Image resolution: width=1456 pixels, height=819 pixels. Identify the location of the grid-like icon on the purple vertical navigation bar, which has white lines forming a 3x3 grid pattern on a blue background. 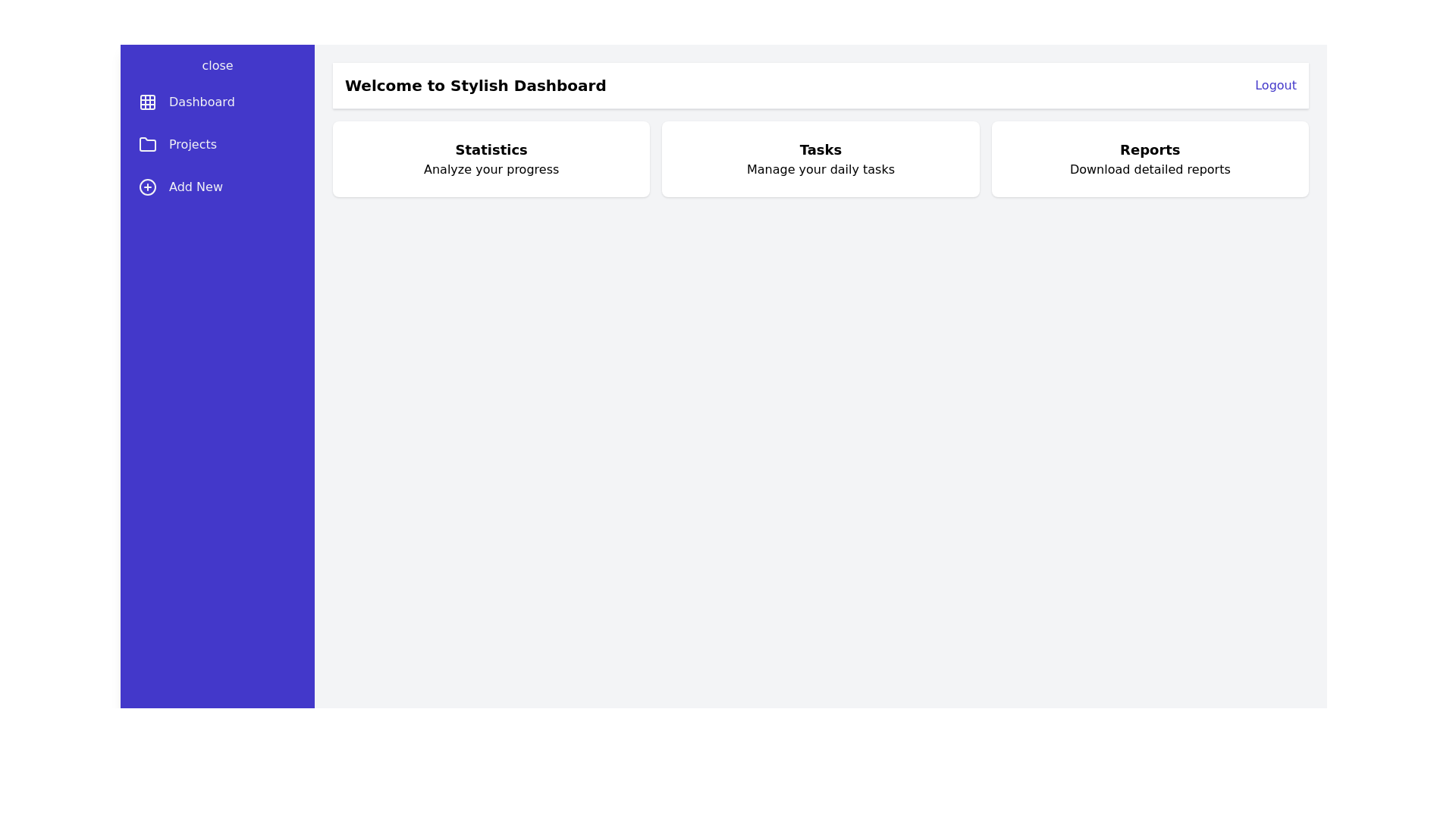
(148, 102).